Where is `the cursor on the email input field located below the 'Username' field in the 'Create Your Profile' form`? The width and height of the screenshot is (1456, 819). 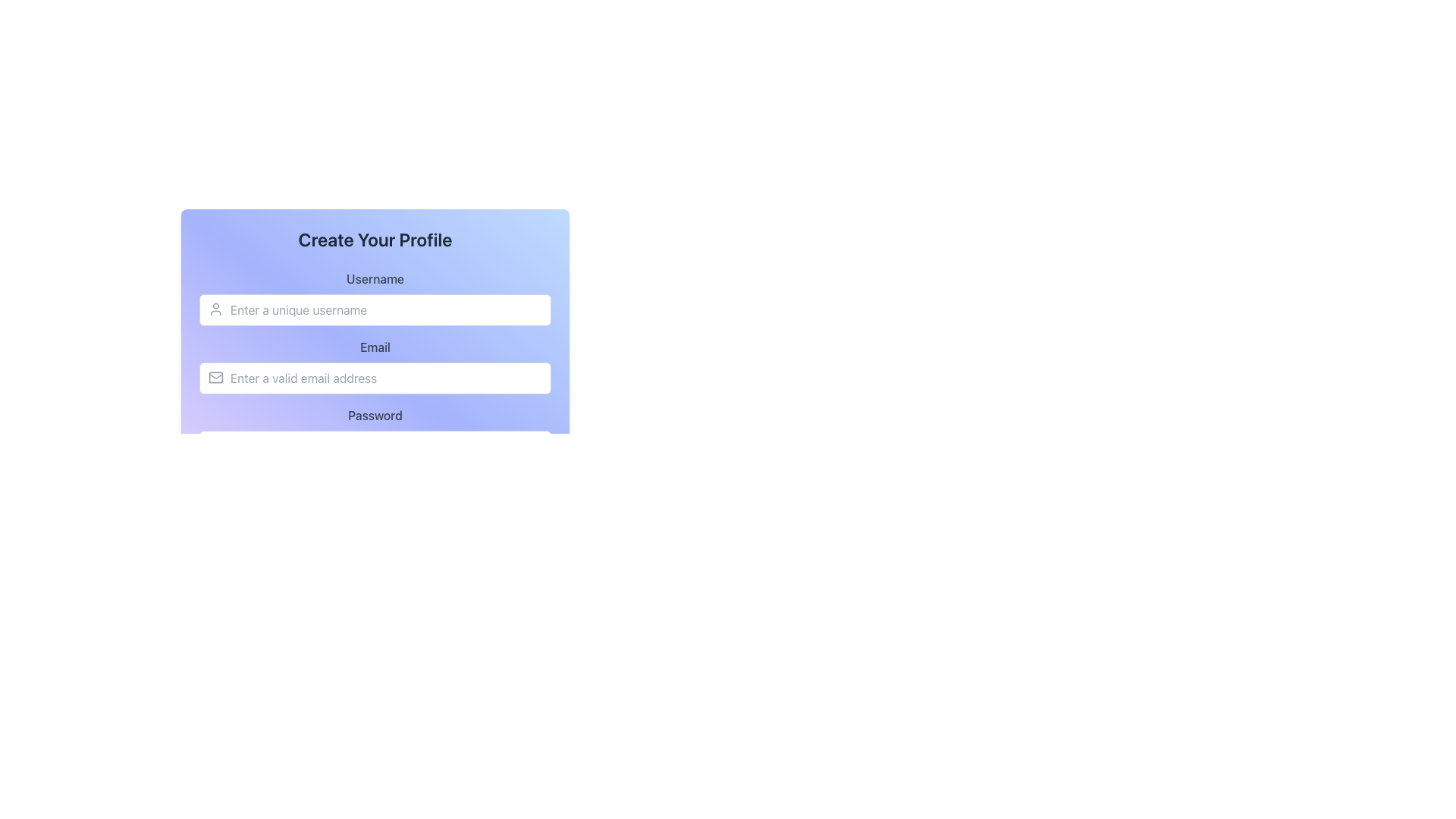
the cursor on the email input field located below the 'Username' field in the 'Create Your Profile' form is located at coordinates (375, 366).